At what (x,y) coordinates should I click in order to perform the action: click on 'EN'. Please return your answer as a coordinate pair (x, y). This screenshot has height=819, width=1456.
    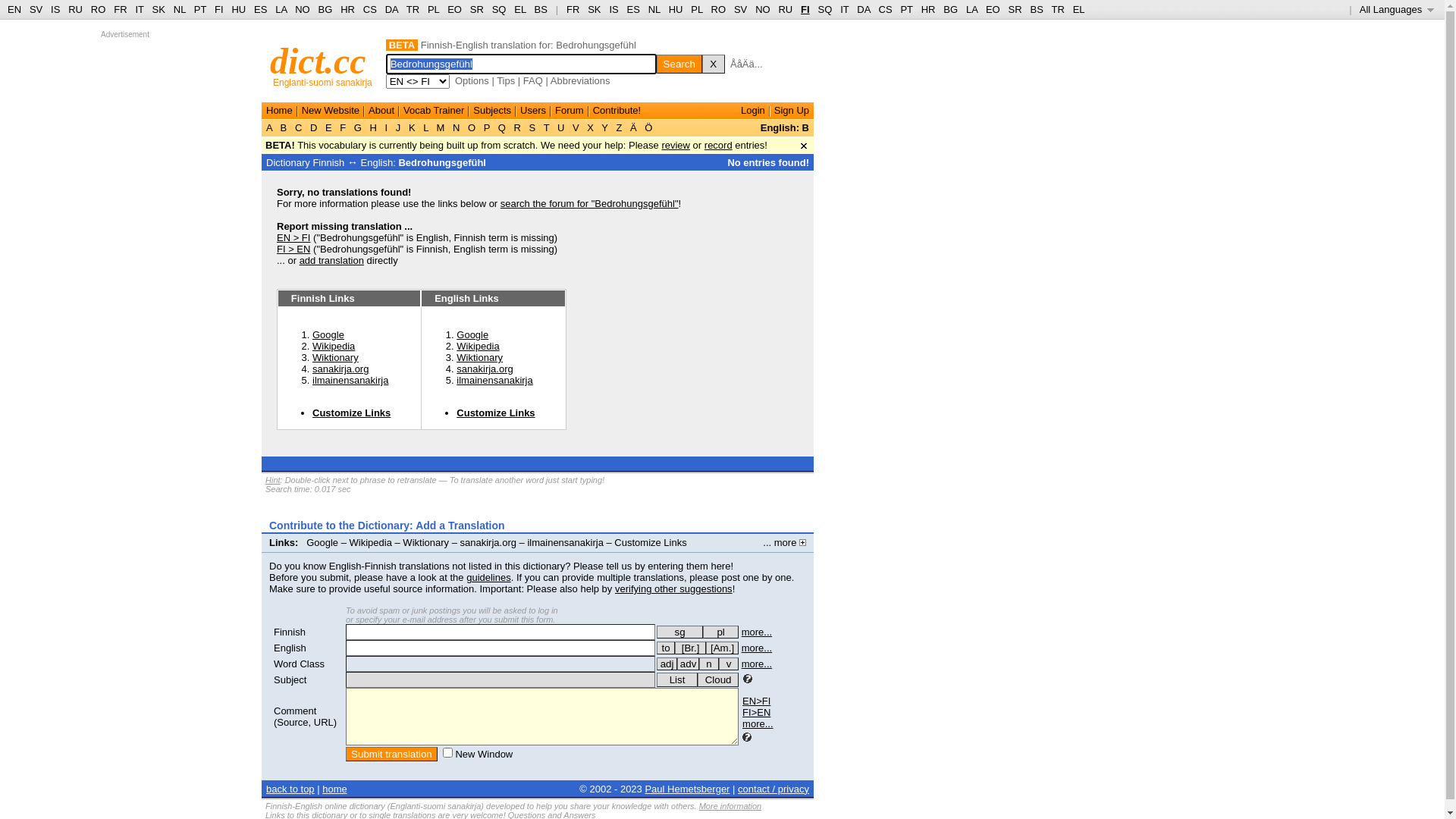
    Looking at the image, I should click on (14, 9).